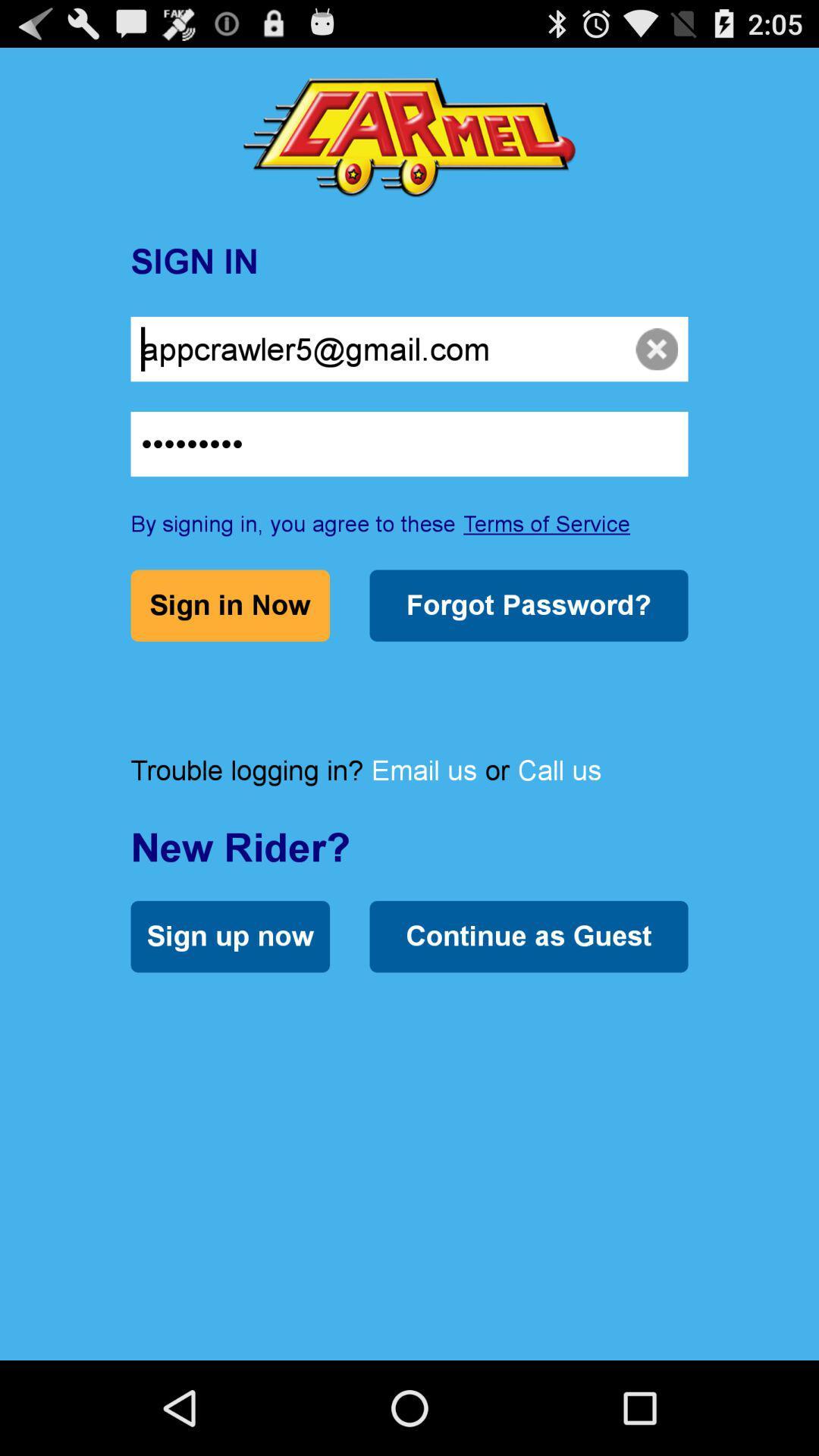 The height and width of the screenshot is (1456, 819). I want to click on item to the right of trouble logging in?, so click(424, 770).